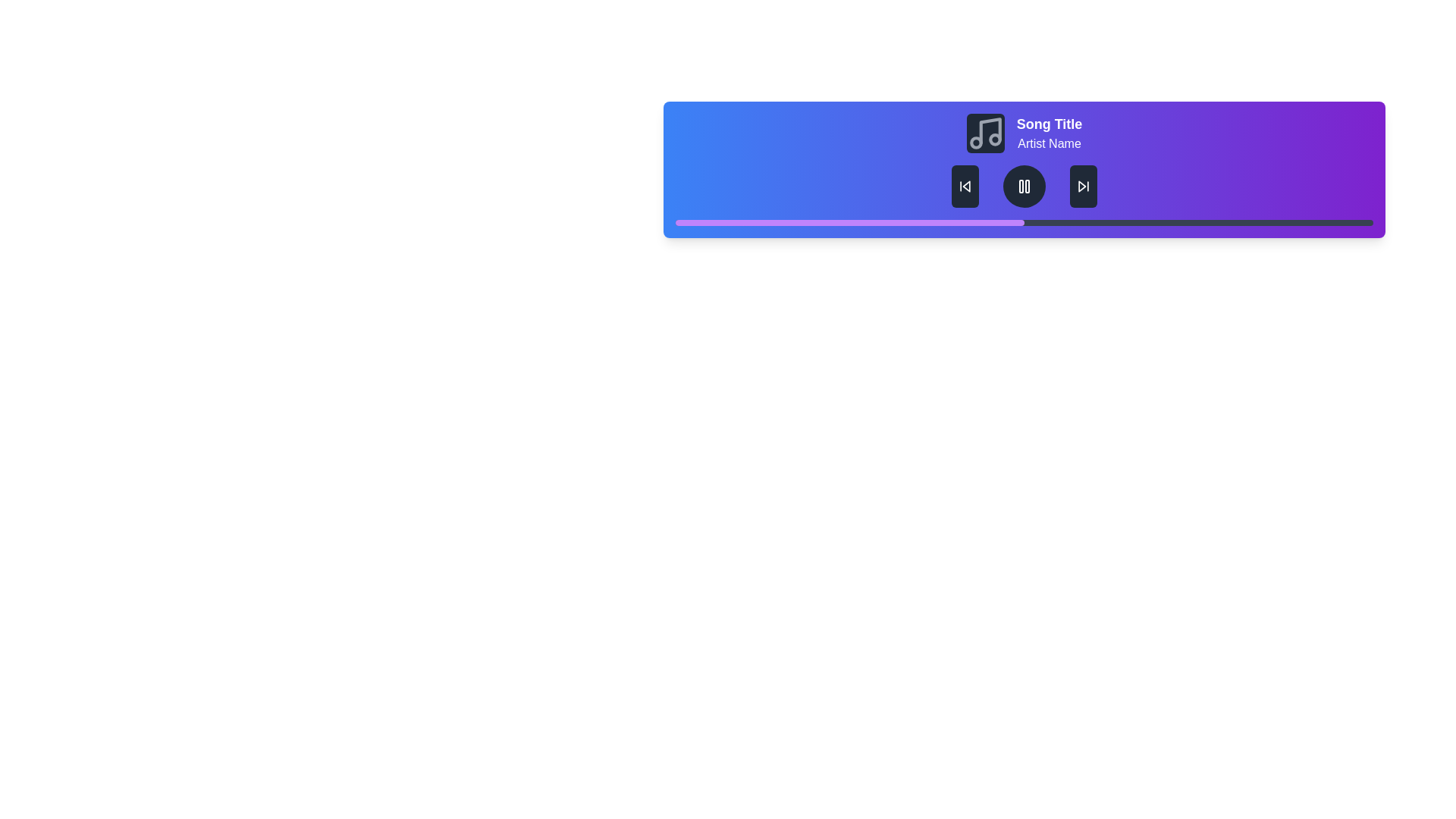 The width and height of the screenshot is (1456, 819). Describe the element at coordinates (1024, 186) in the screenshot. I see `the play/pause button located centrally in the media playback interface to observe its hover state` at that location.